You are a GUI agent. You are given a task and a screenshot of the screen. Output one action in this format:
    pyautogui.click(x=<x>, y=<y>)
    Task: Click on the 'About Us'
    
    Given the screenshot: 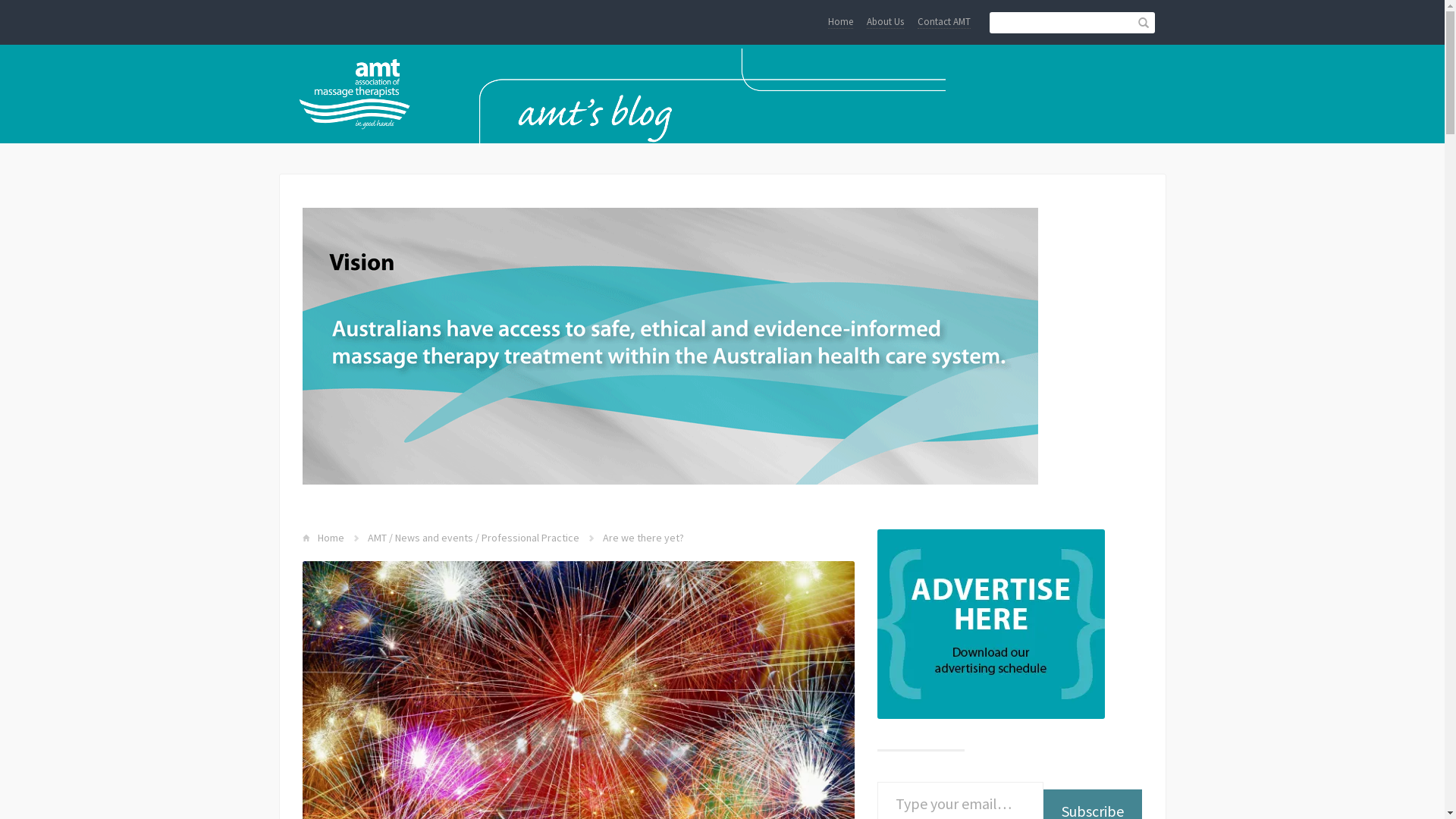 What is the action you would take?
    pyautogui.click(x=884, y=22)
    